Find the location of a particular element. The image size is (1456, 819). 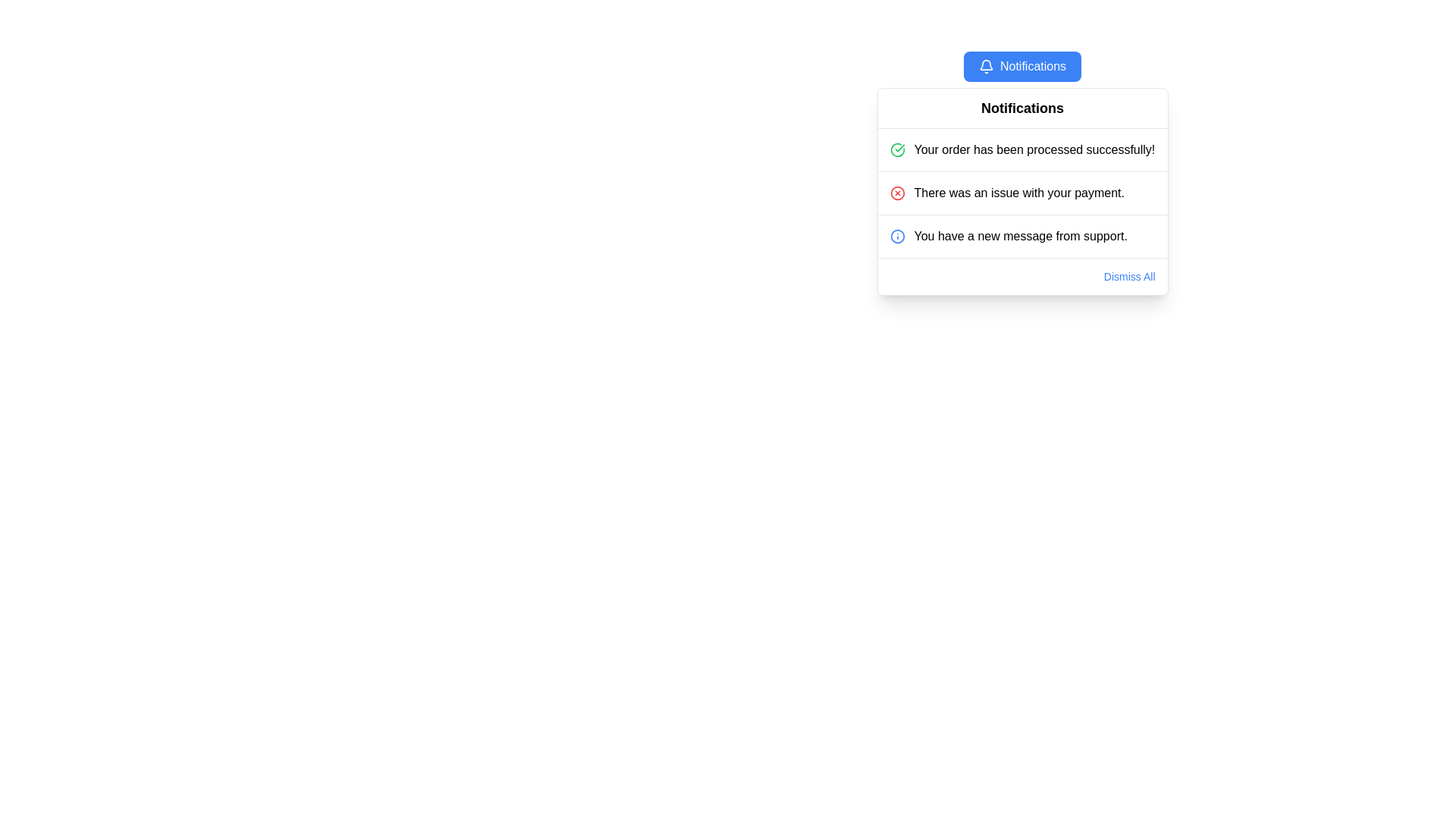

the notification button located at the top middle of the notification panel is located at coordinates (1022, 66).